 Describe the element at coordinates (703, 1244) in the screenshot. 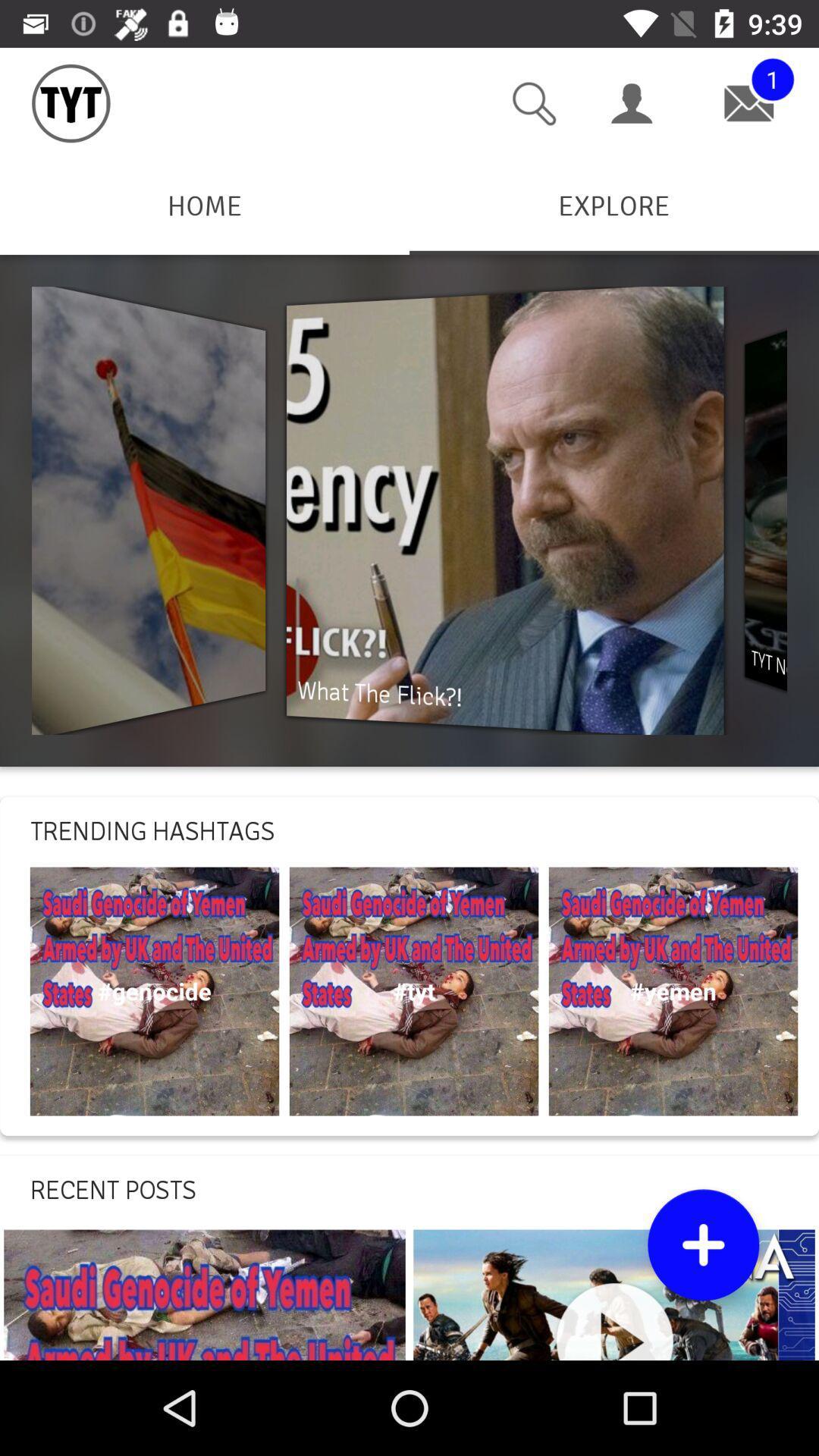

I see `the add icon` at that location.